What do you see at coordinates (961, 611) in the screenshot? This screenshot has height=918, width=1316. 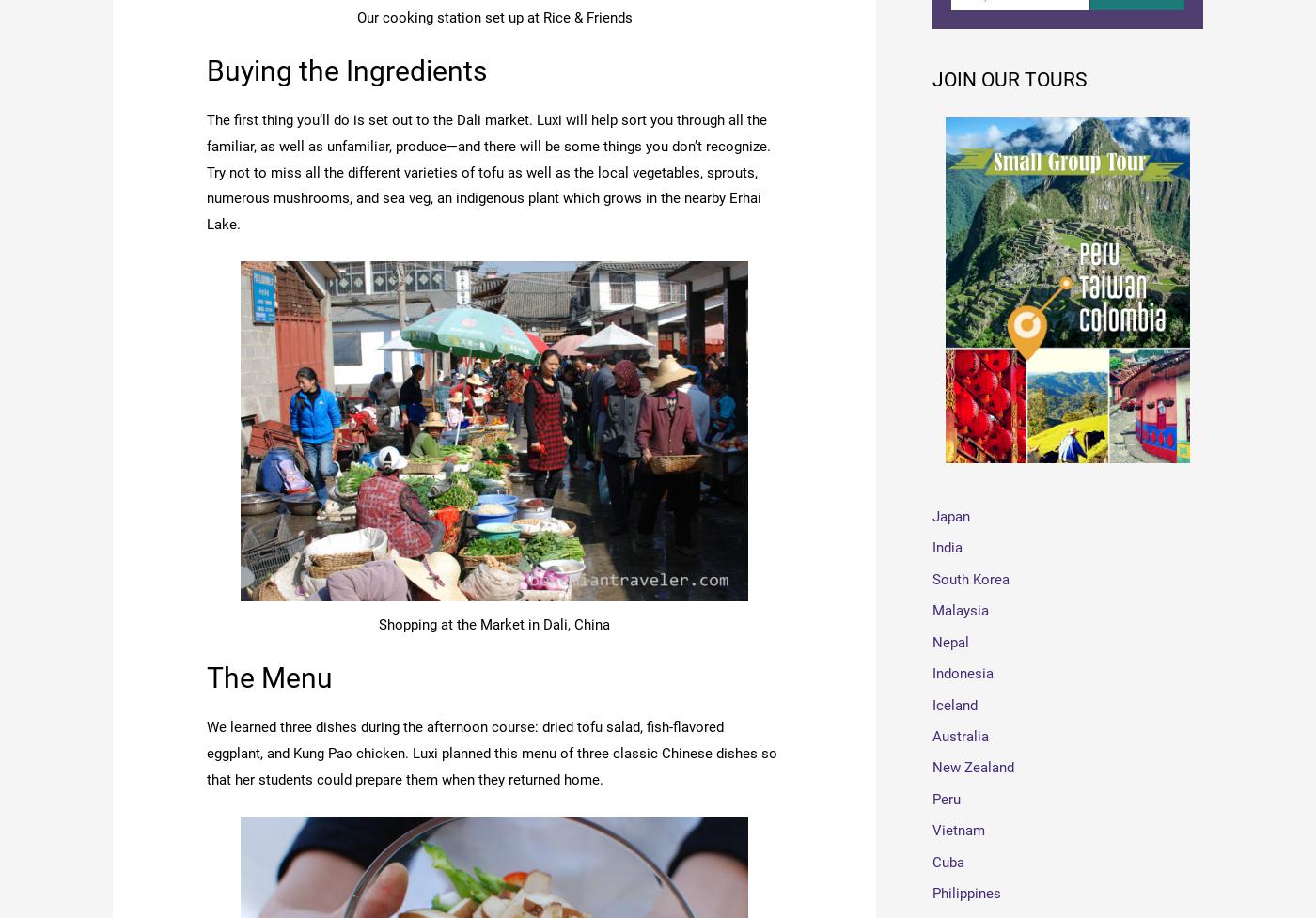 I see `'Malaysia'` at bounding box center [961, 611].